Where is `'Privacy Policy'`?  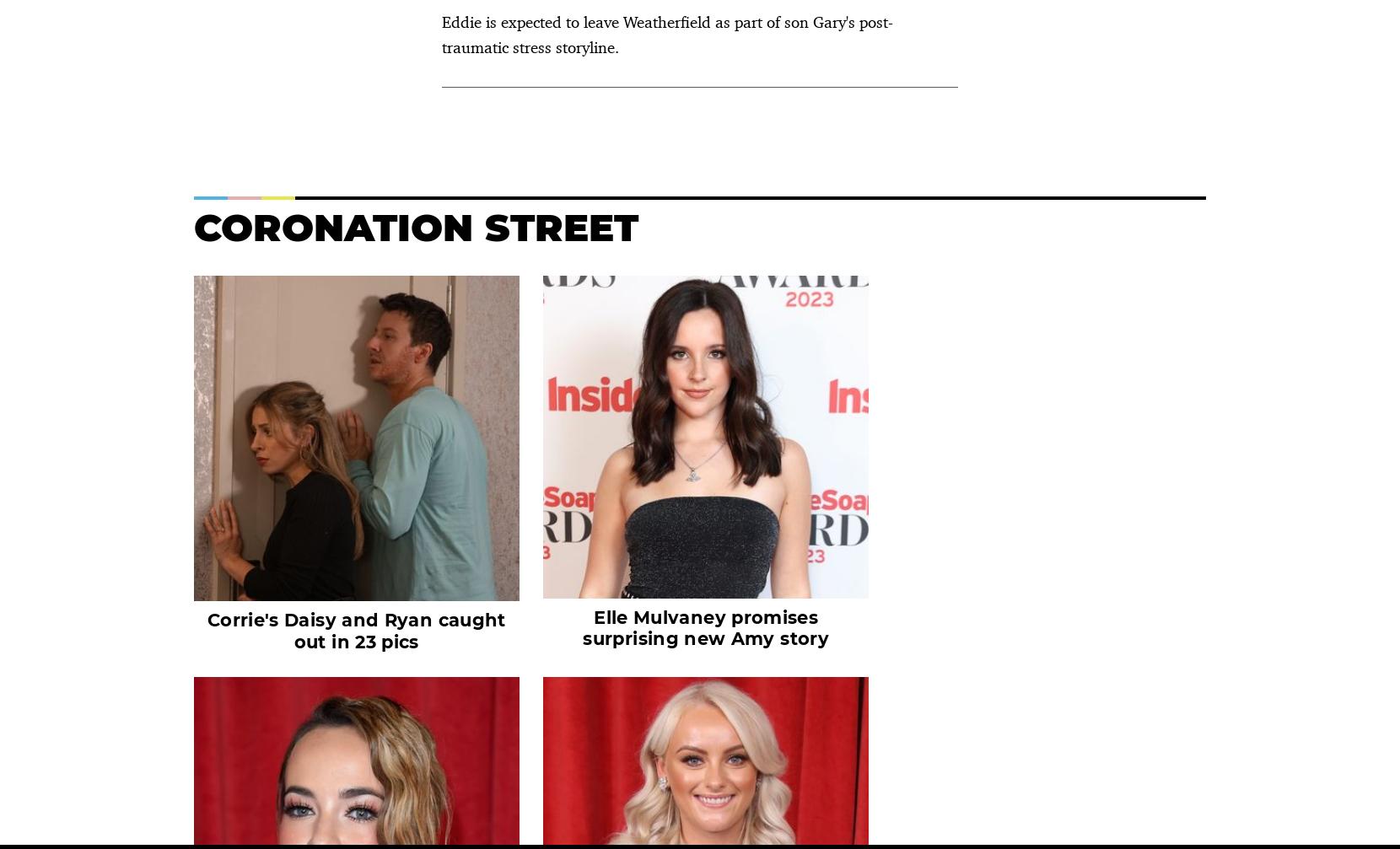 'Privacy Policy' is located at coordinates (525, 688).